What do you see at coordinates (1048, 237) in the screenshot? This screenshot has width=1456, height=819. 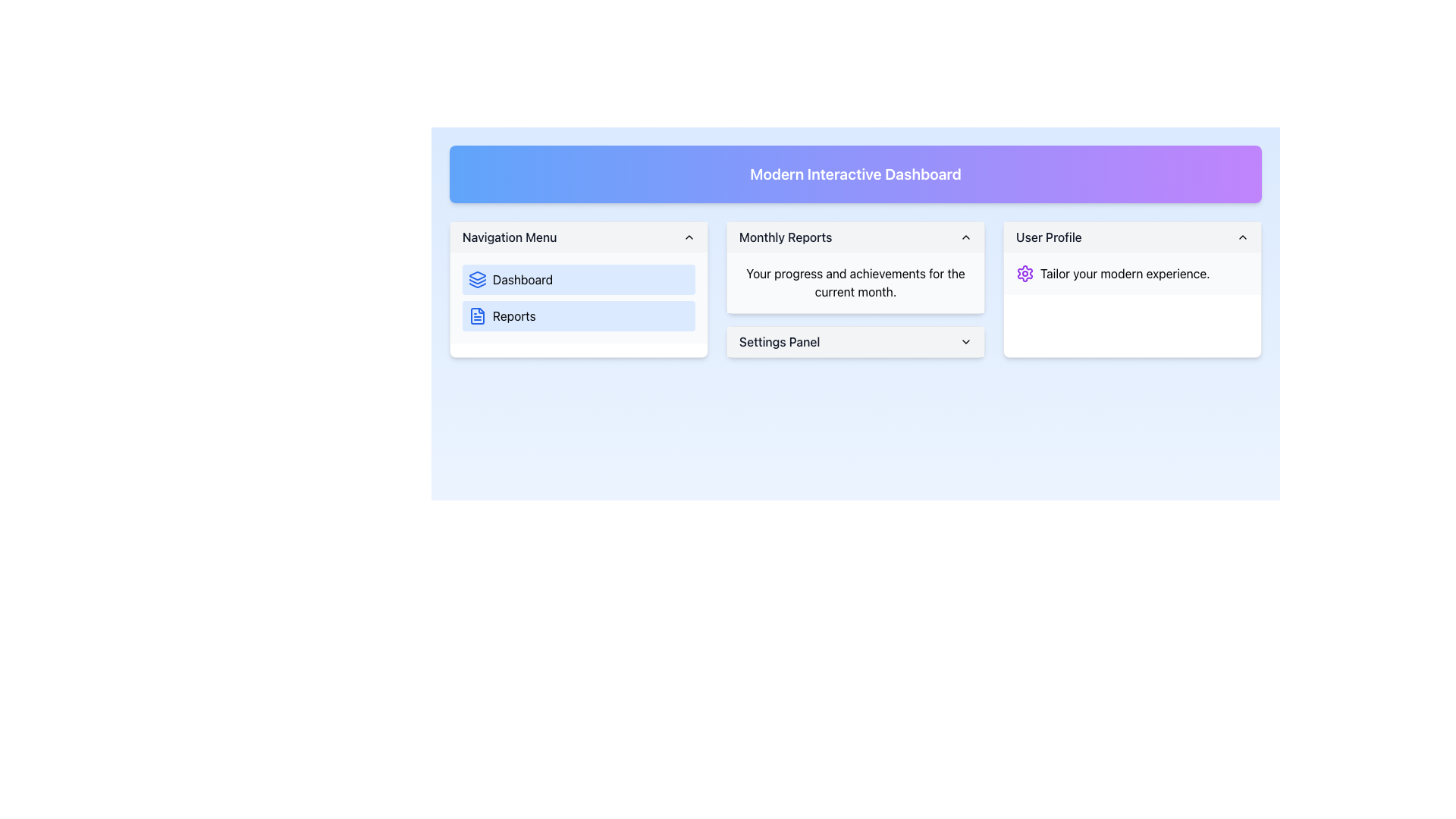 I see `text label that serves as the heading for the 'User Profile' section located in the top right corner of the dashboard within the 'User Profile' card` at bounding box center [1048, 237].